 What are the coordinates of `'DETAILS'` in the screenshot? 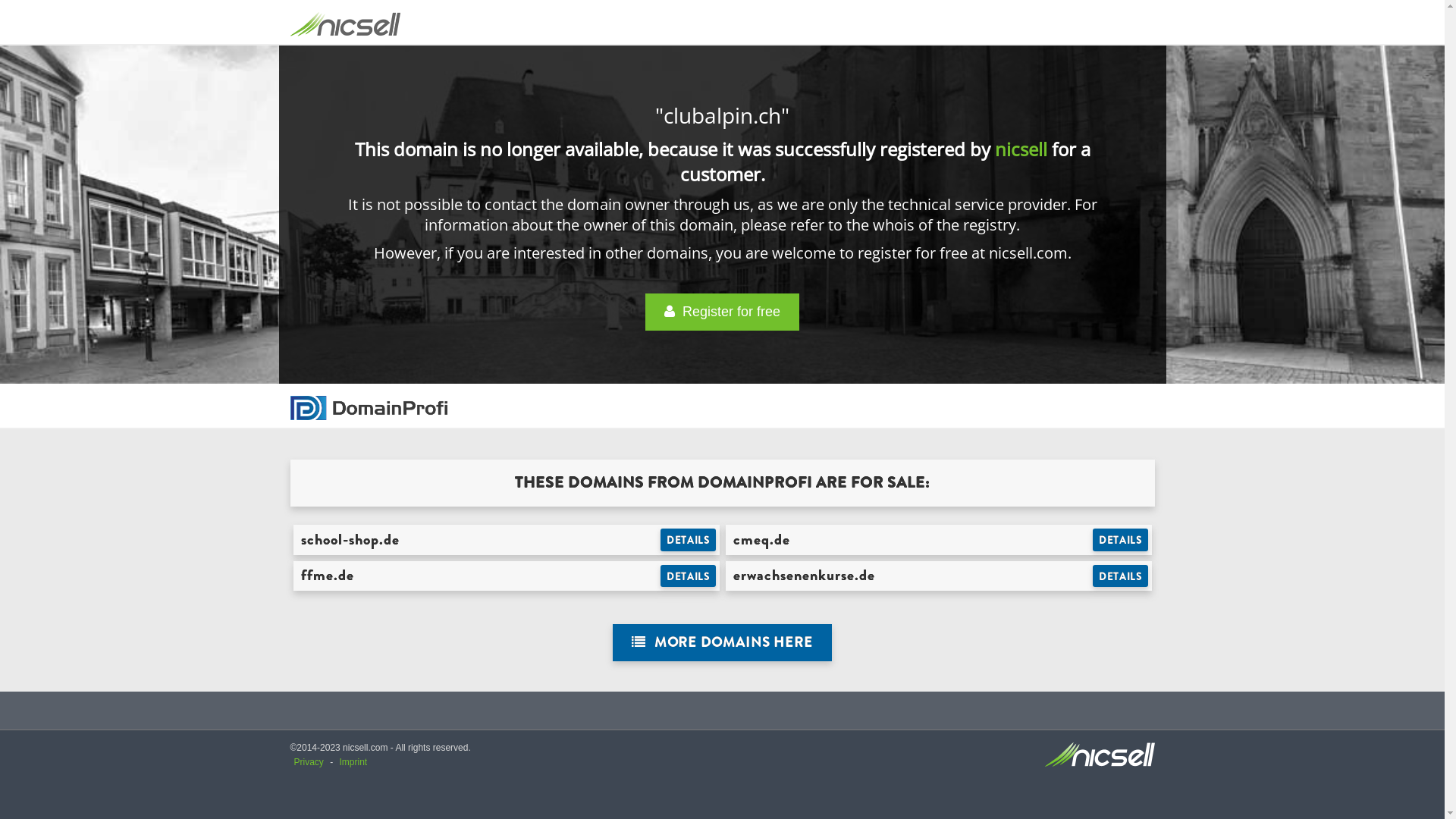 It's located at (1120, 576).